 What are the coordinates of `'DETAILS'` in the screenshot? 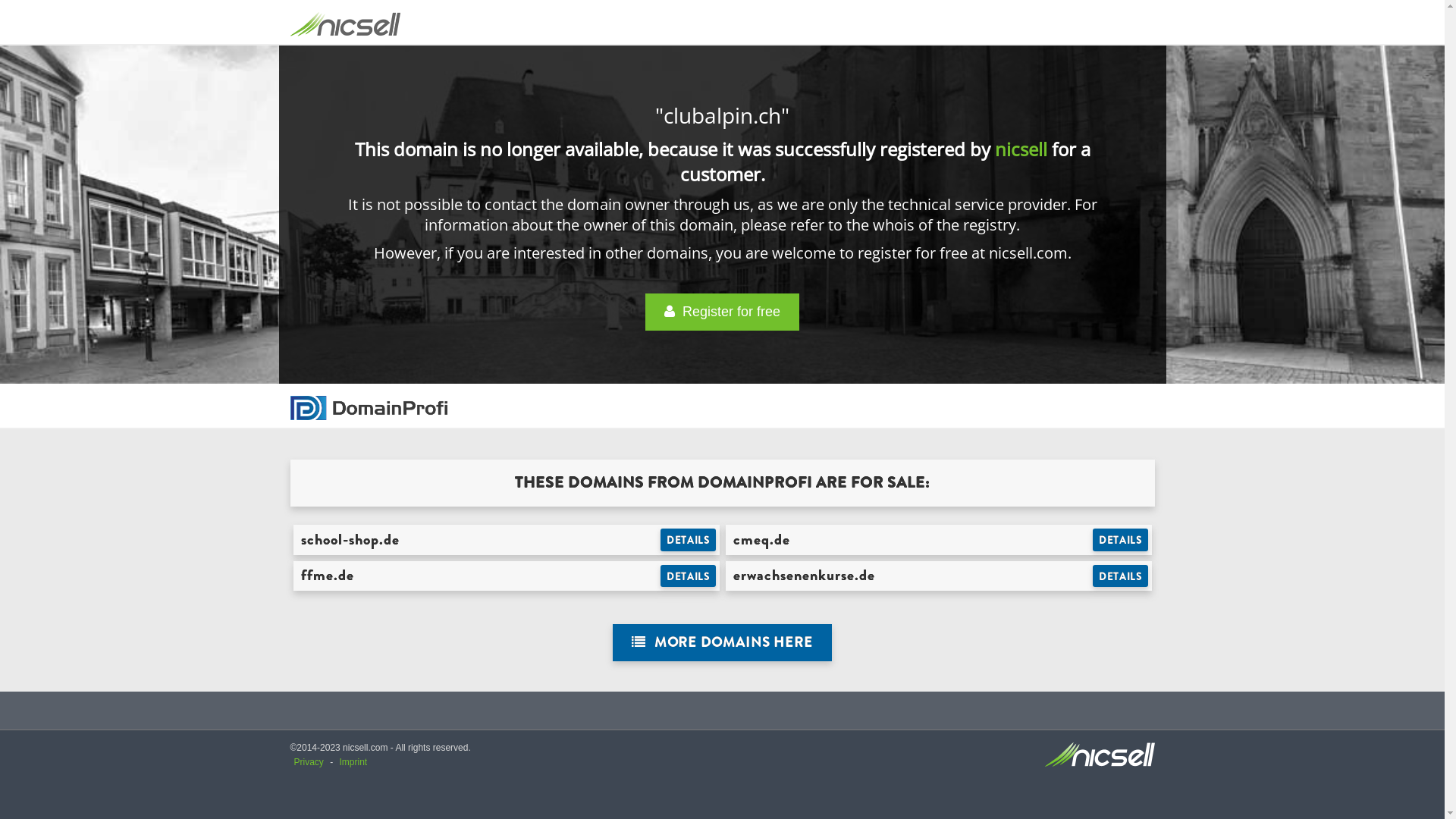 It's located at (1120, 576).